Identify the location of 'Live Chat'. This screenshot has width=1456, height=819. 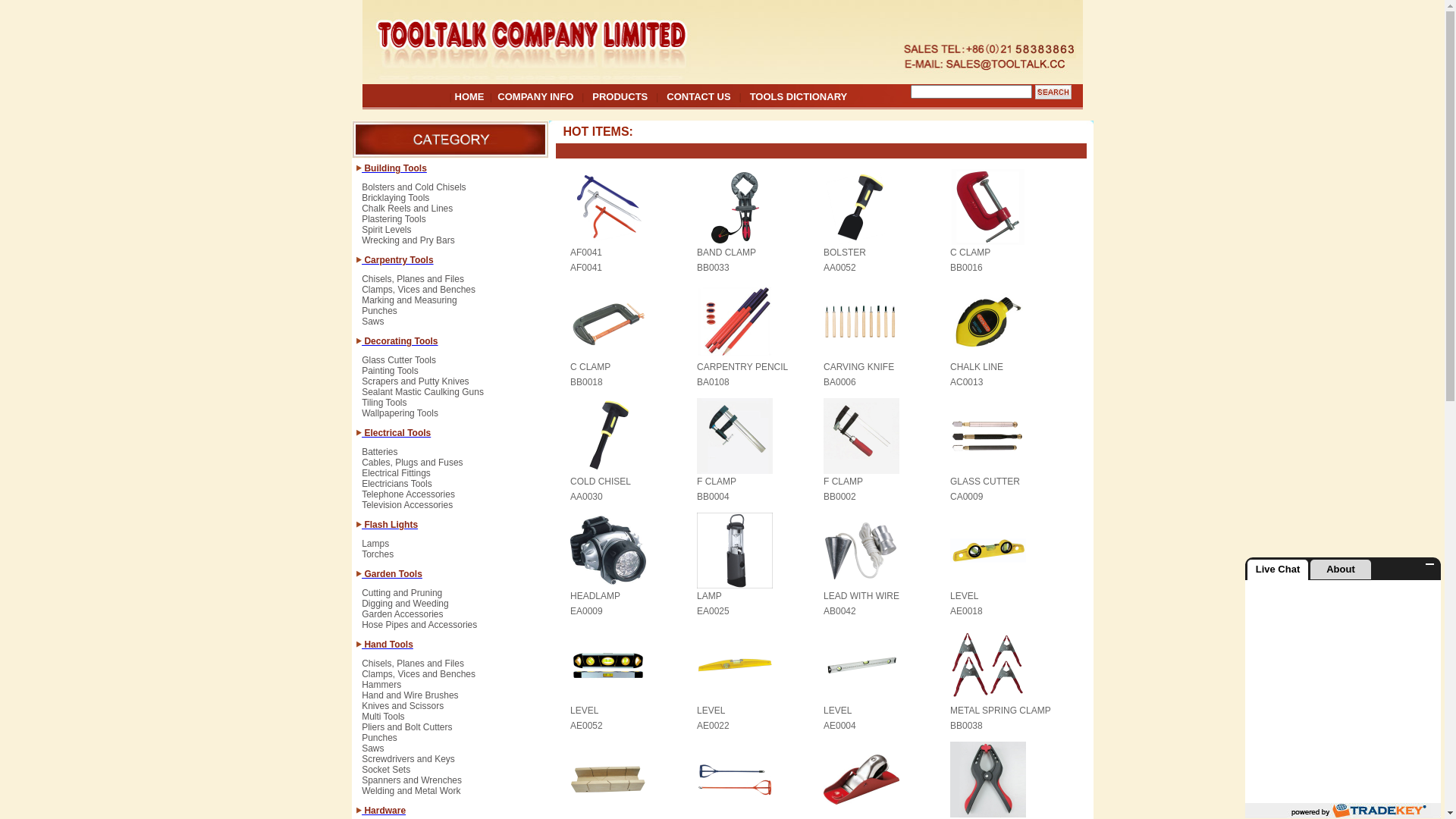
(1276, 570).